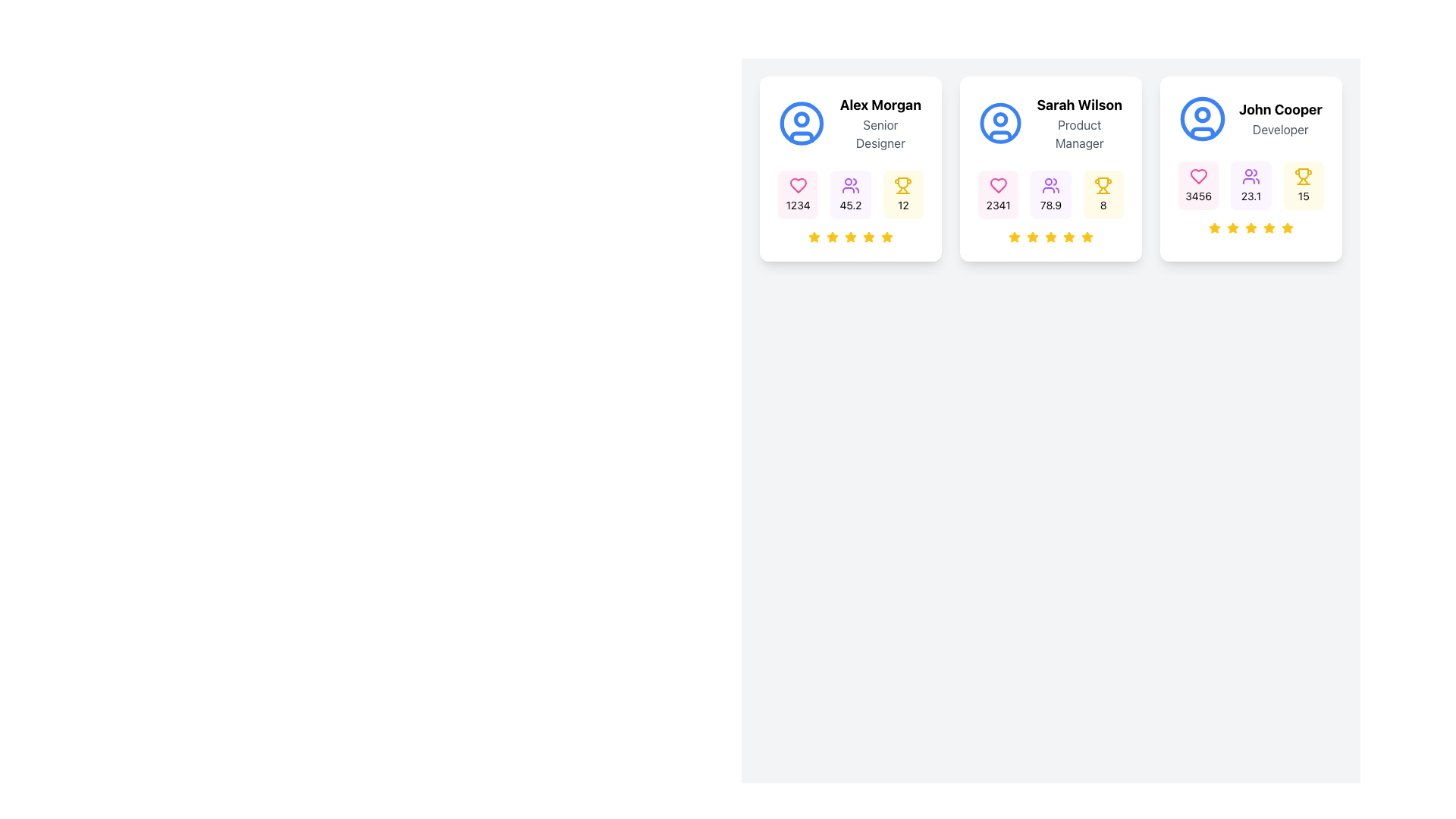 The image size is (1456, 819). Describe the element at coordinates (851, 237) in the screenshot. I see `the fourth star in the rating system associated with the user profile card for 'Alex Morgan'` at that location.